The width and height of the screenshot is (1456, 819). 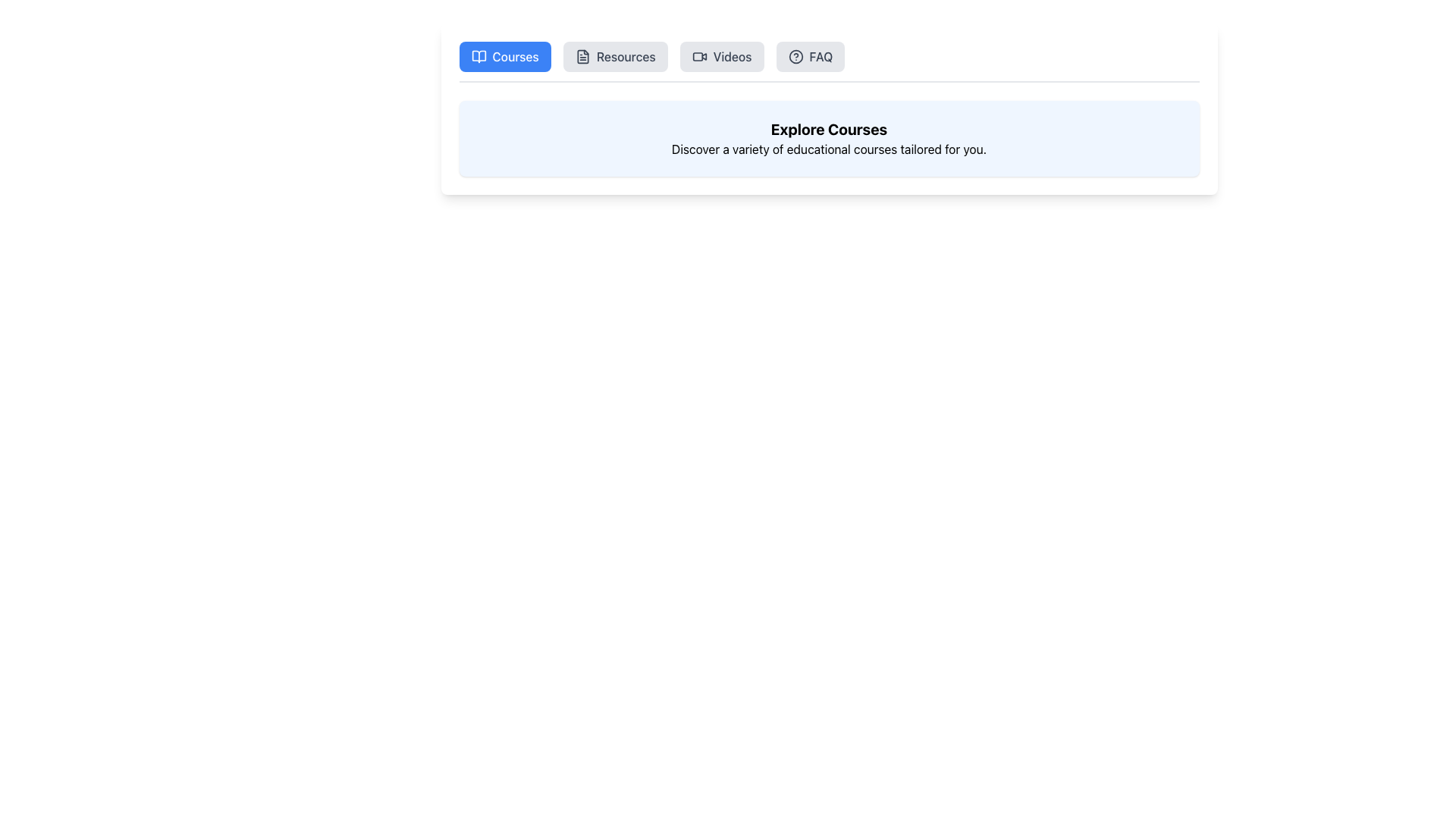 What do you see at coordinates (582, 55) in the screenshot?
I see `the minimalist document icon located in the navigation bar, which is the second element to the right of the 'Courses' button and to the left of the 'Videos' button` at bounding box center [582, 55].